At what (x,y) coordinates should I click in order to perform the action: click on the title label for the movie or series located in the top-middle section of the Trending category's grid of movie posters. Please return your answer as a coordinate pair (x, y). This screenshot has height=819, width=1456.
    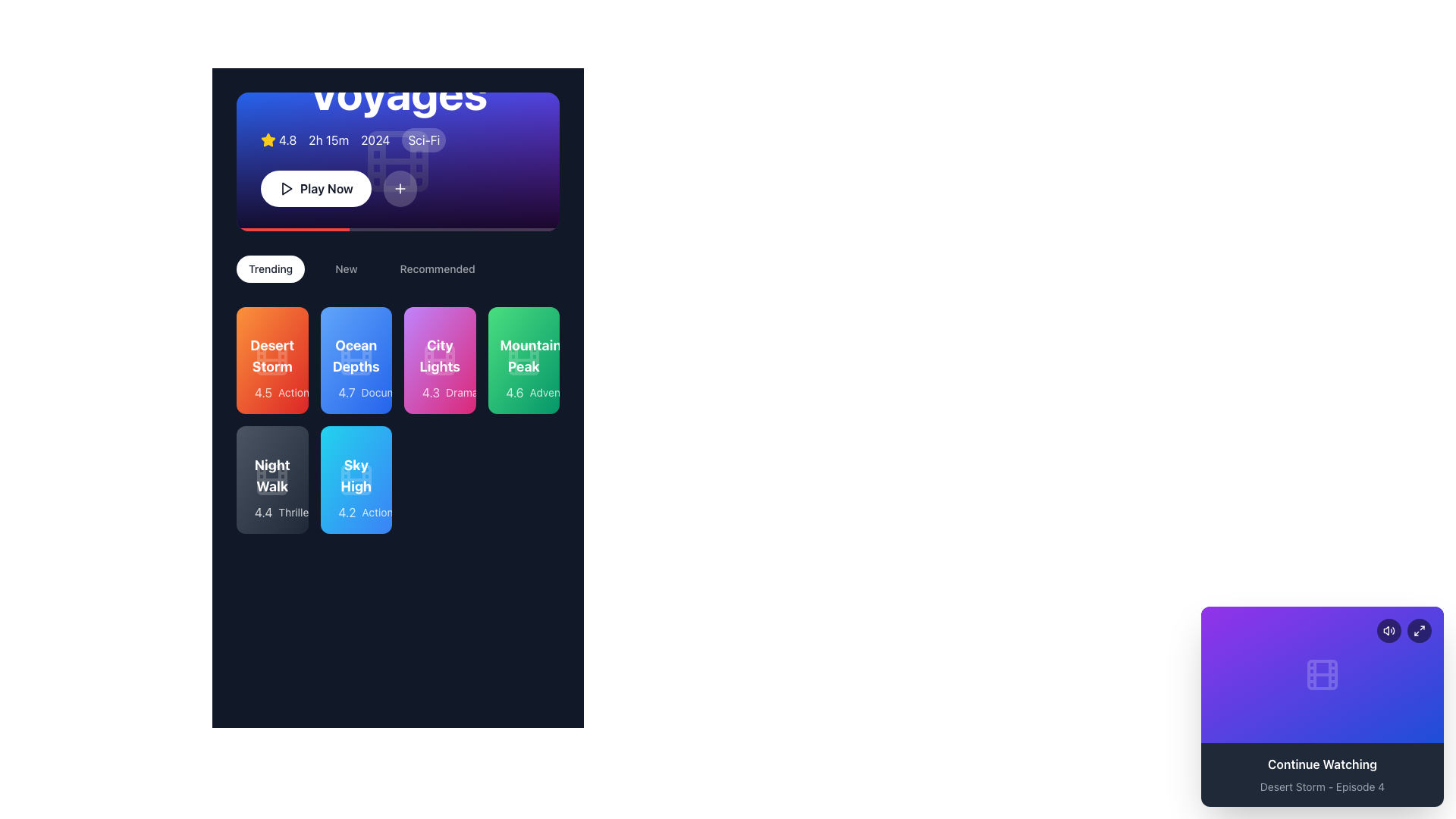
    Looking at the image, I should click on (439, 356).